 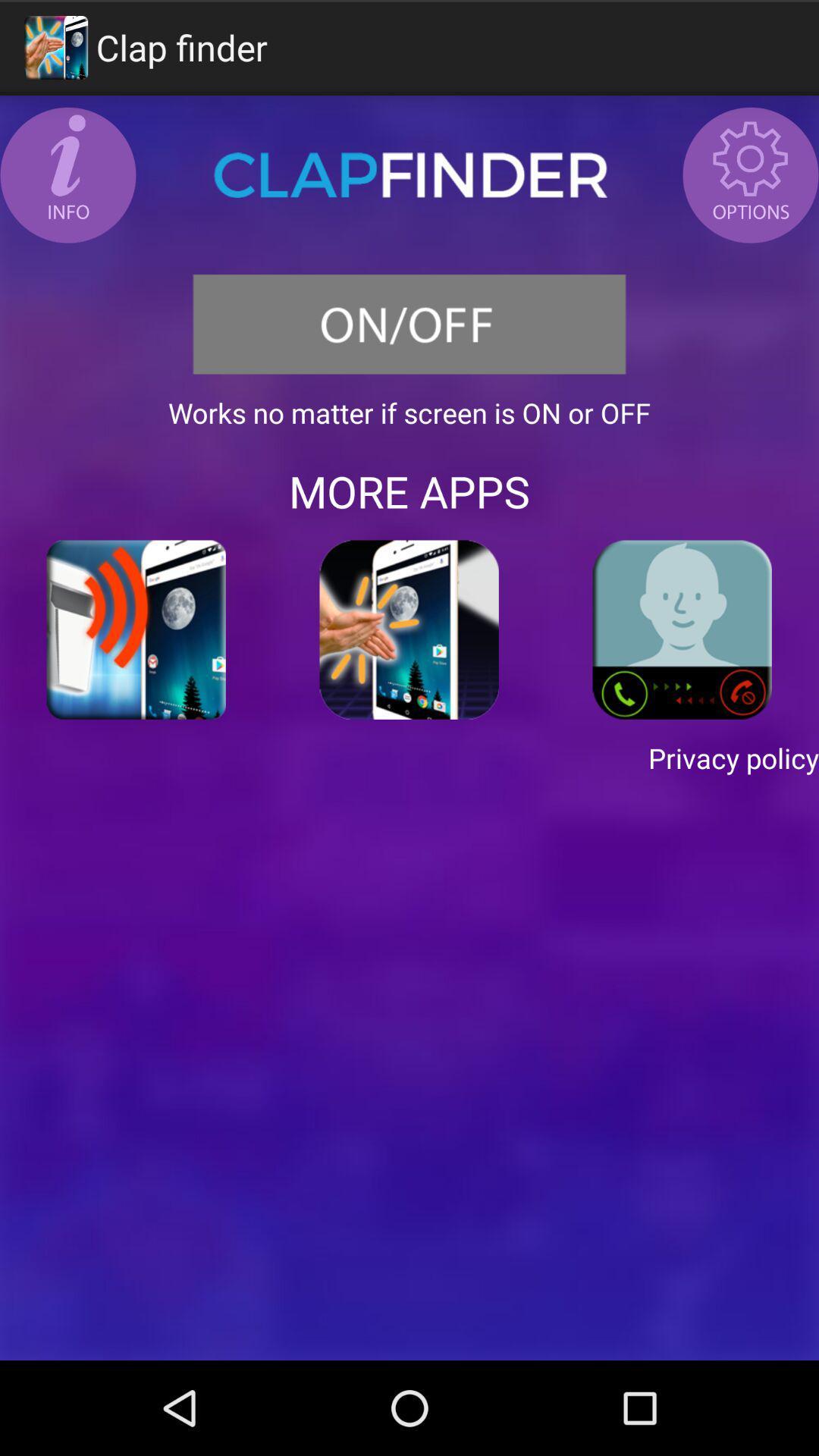 What do you see at coordinates (681, 629) in the screenshot?
I see `calling` at bounding box center [681, 629].